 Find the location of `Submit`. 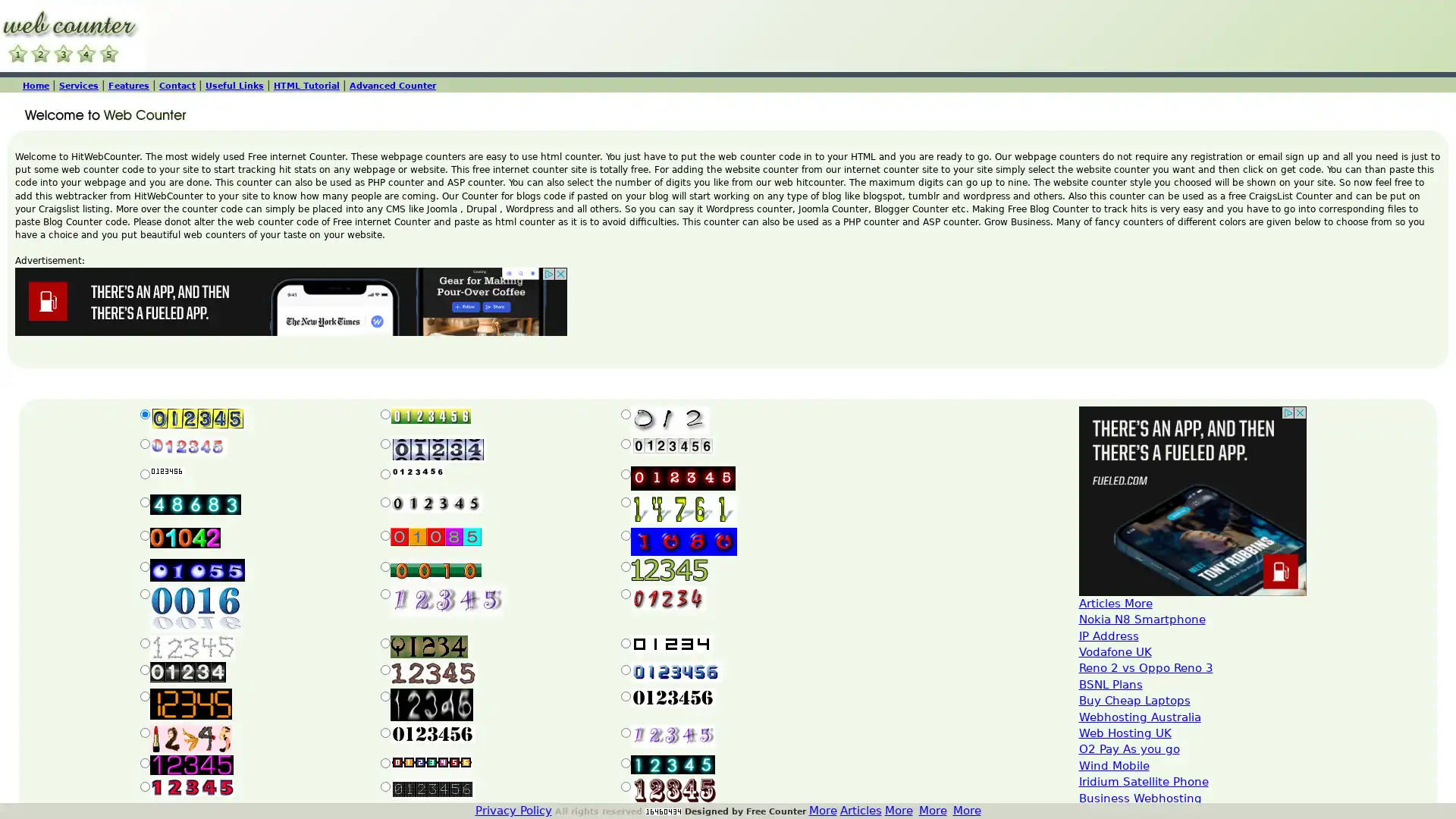

Submit is located at coordinates (196, 570).